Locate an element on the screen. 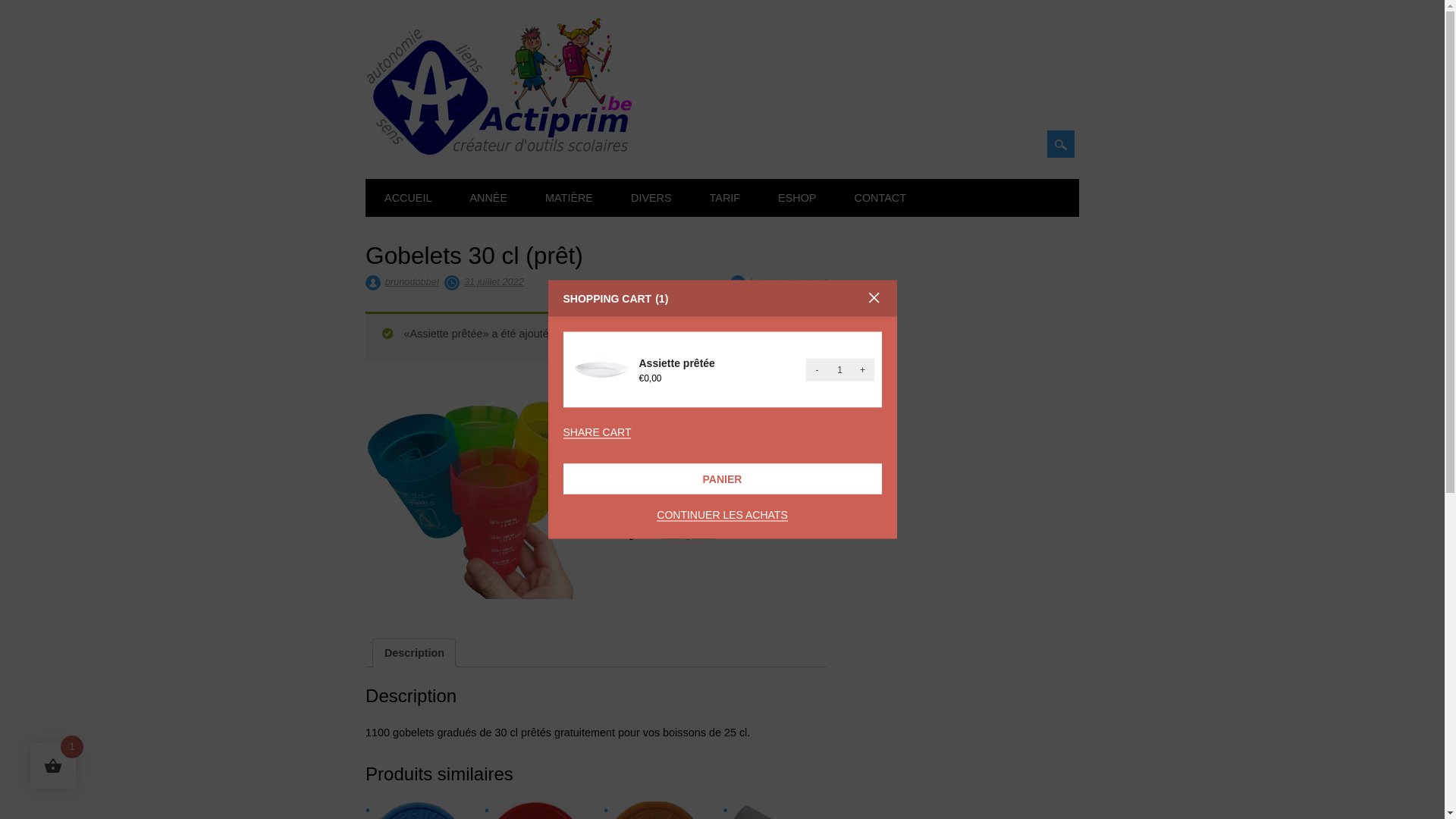 The height and width of the screenshot is (819, 1456). 'Description' is located at coordinates (414, 651).